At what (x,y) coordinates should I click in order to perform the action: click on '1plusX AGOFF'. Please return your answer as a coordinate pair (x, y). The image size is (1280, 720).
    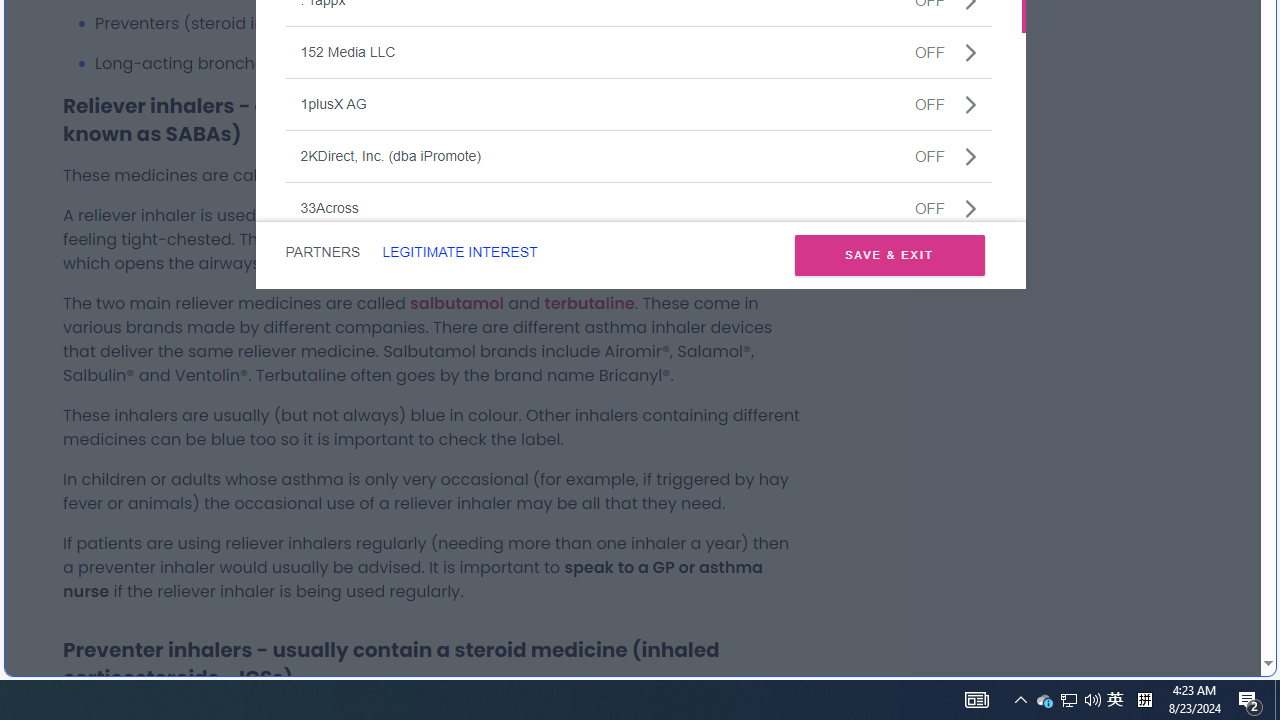
    Looking at the image, I should click on (637, 104).